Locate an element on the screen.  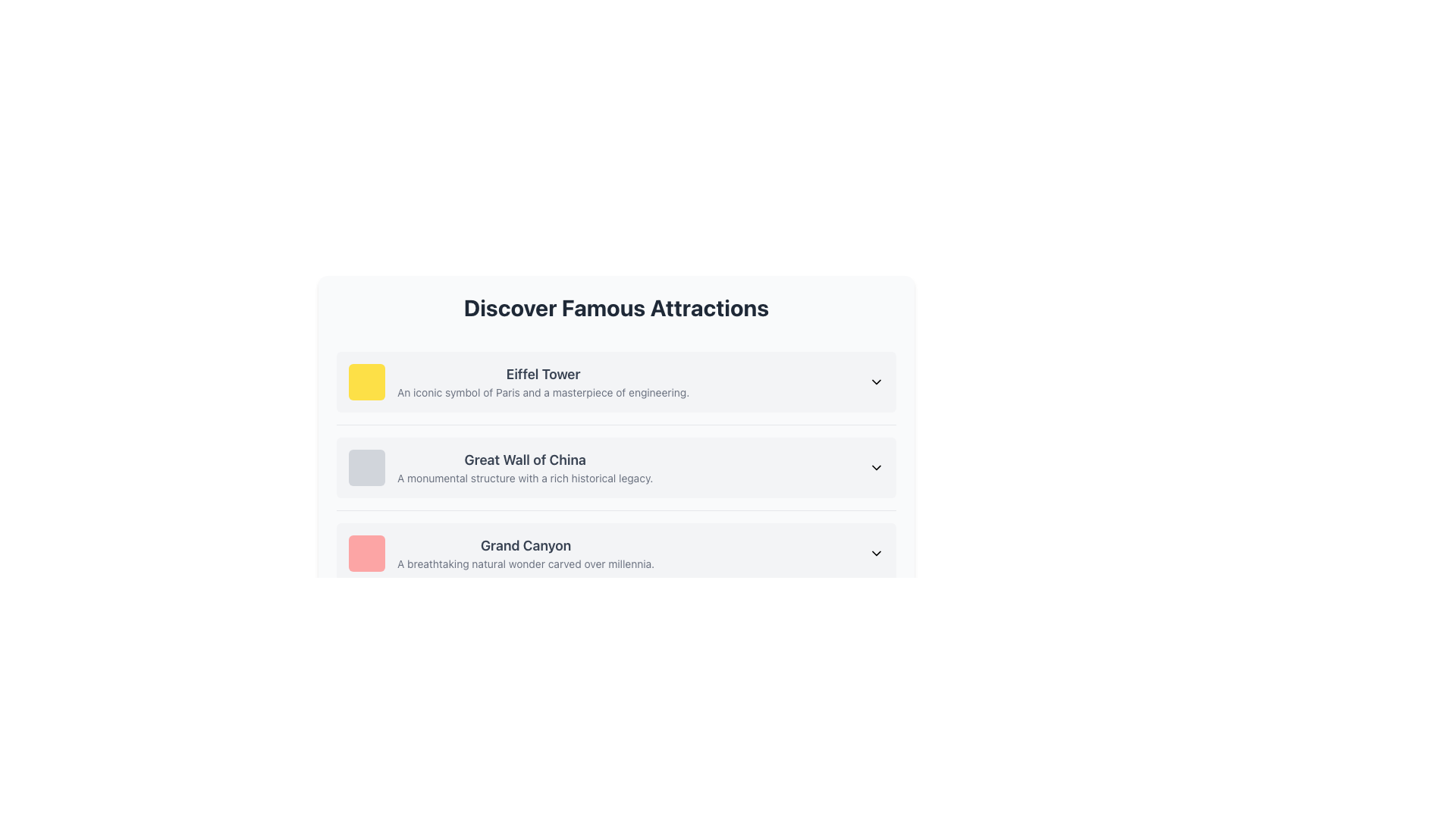
the 'Great Wall of China' text block is located at coordinates (500, 467).